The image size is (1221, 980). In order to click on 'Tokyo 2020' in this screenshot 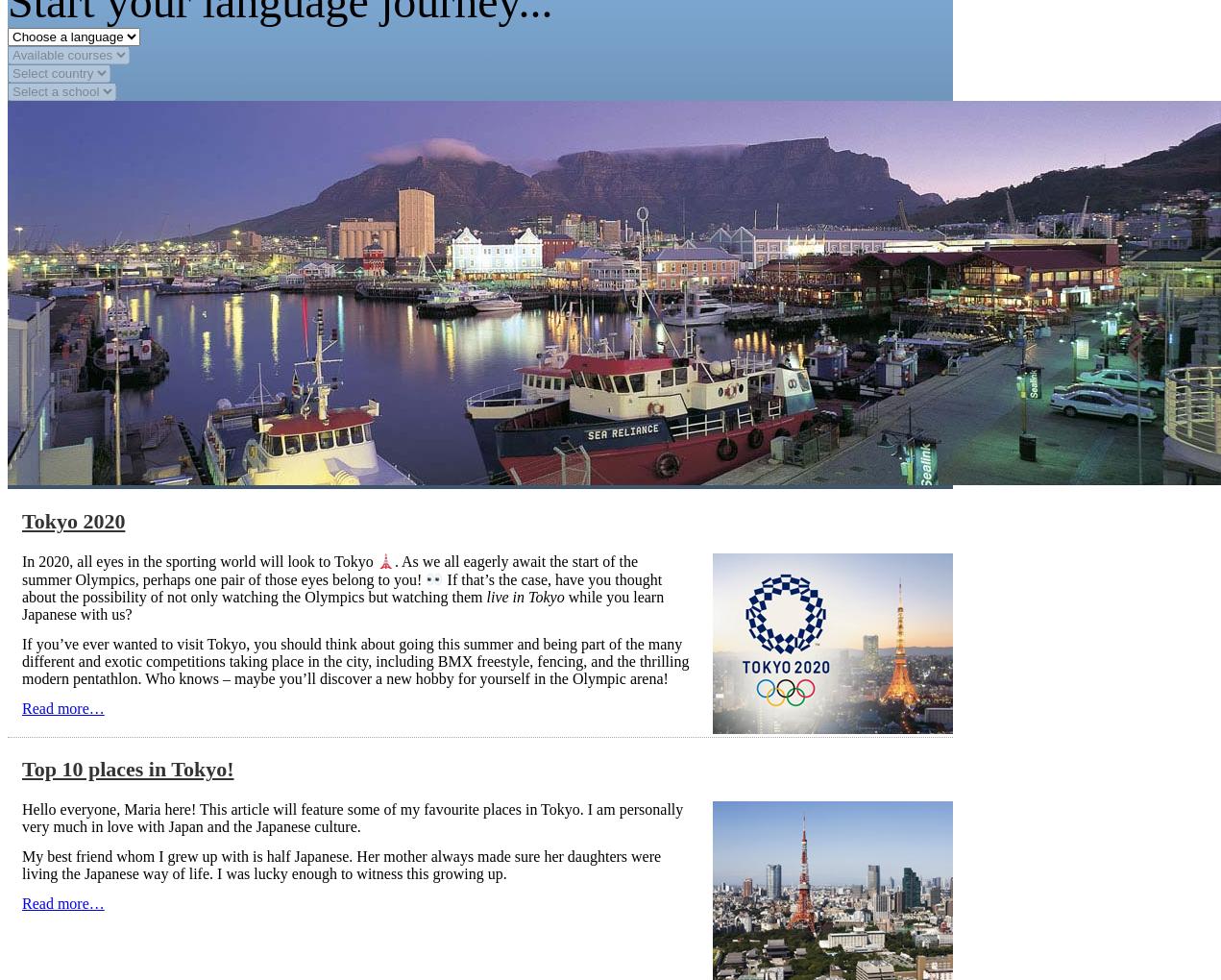, I will do `click(21, 520)`.